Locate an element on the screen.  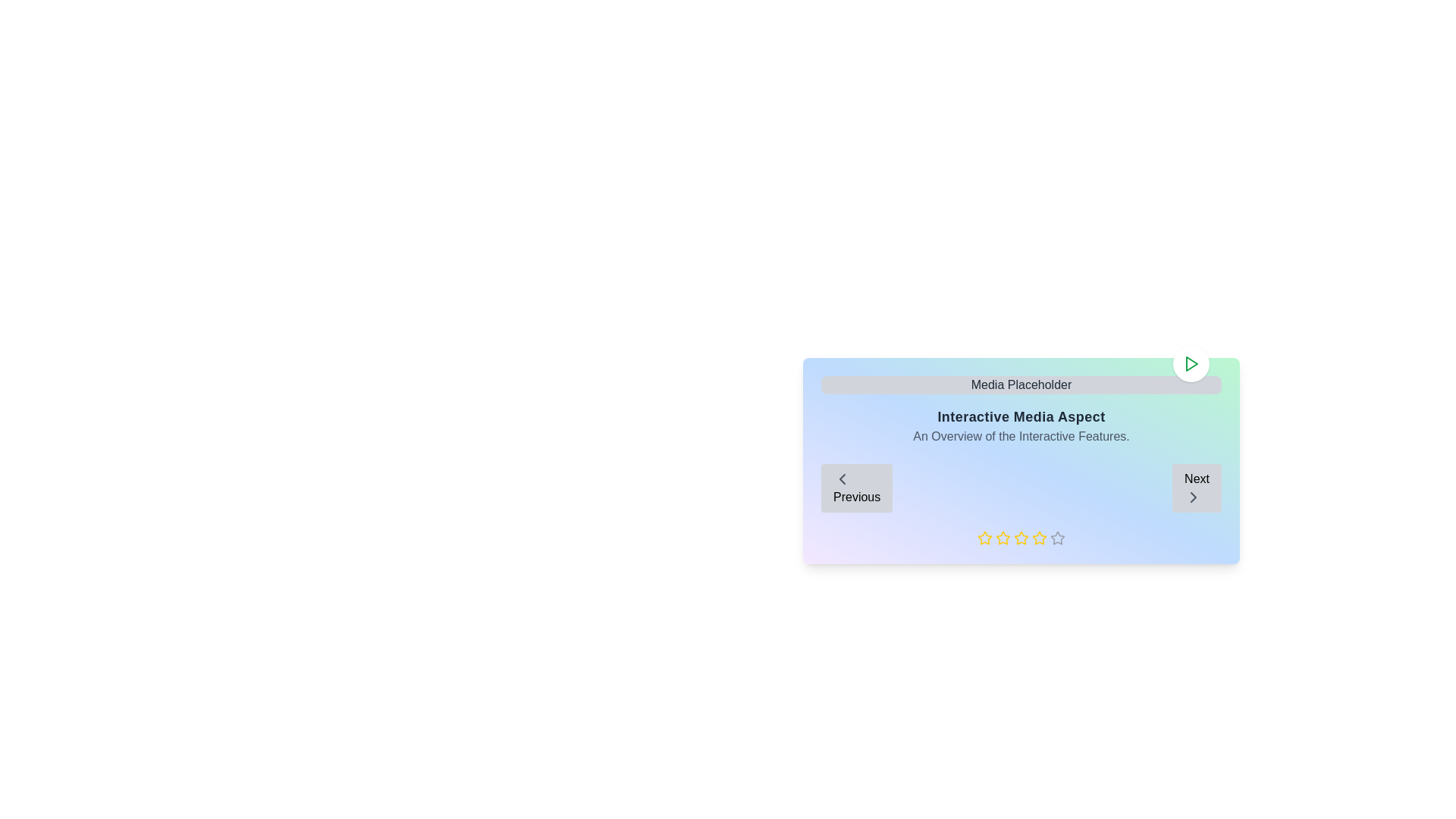
the sixth interactive rating star icon for selecting a rating value is located at coordinates (1039, 537).